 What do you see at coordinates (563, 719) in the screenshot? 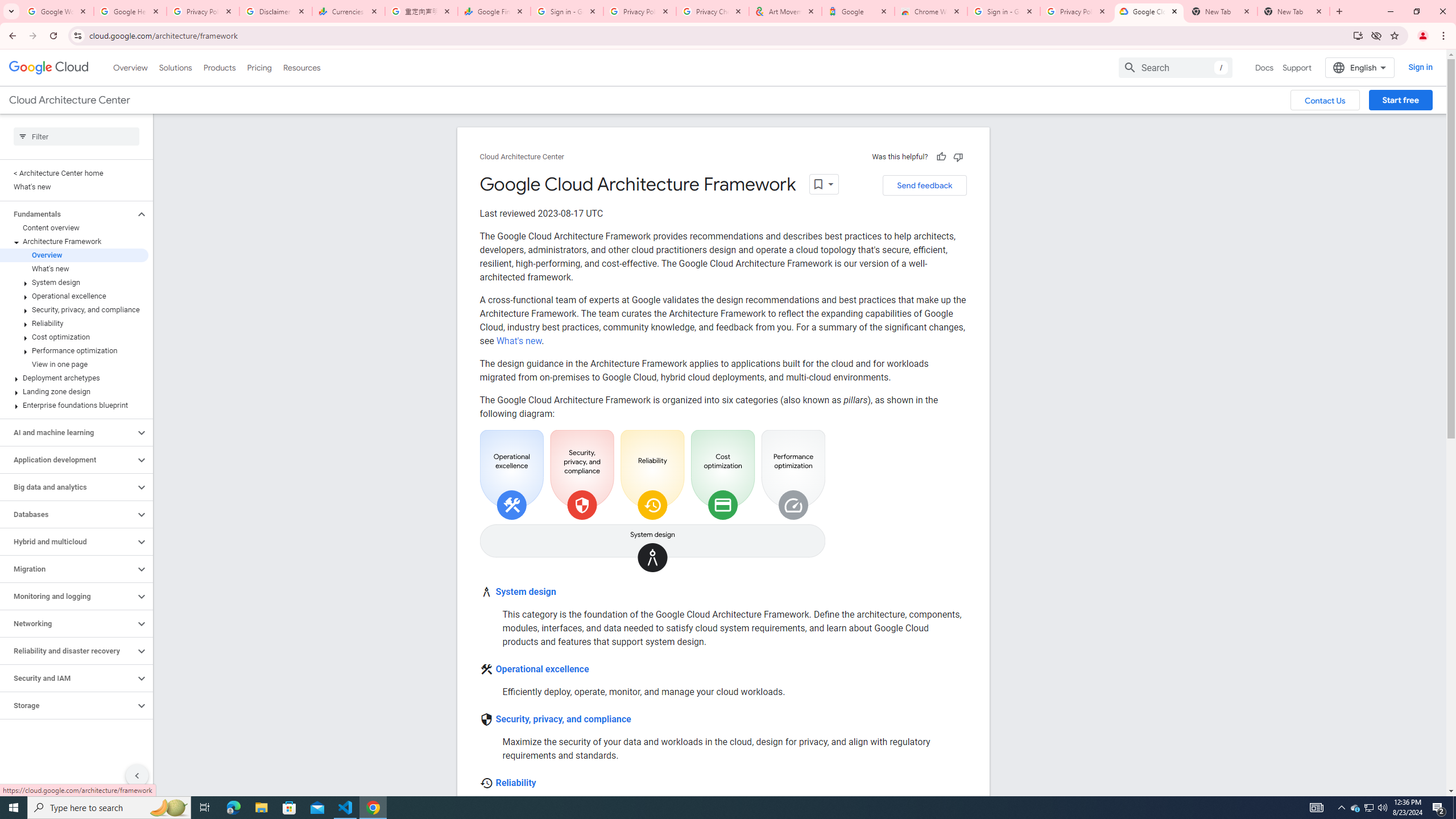
I see `'Security, privacy, and compliance'` at bounding box center [563, 719].